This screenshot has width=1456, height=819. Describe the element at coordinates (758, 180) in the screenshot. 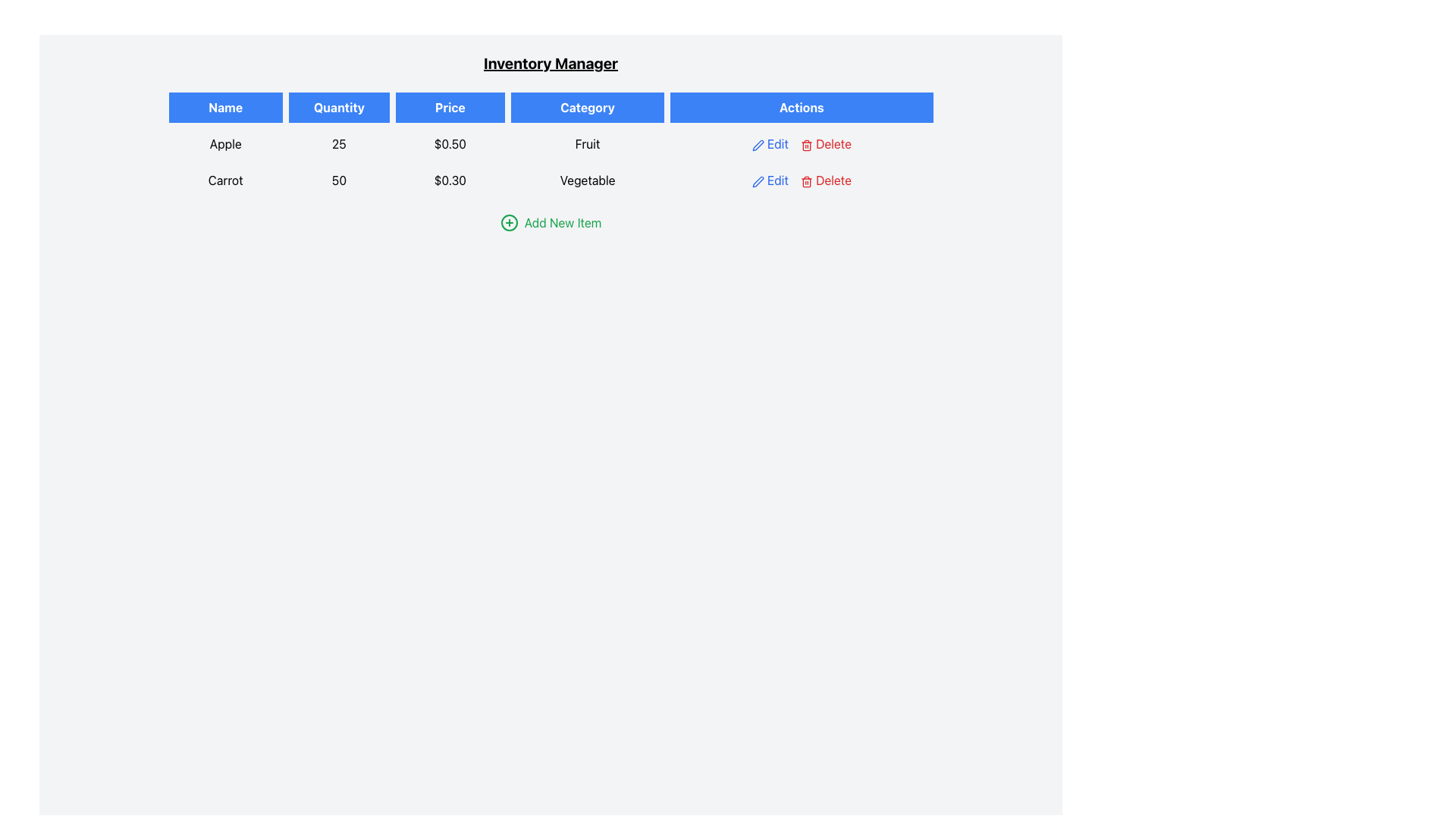

I see `the edit icon located in the leftmost position of the 'Edit' button in the second row of the table under the 'Actions' column, which corresponds to the item 'Carrot', to initiate the edit function` at that location.